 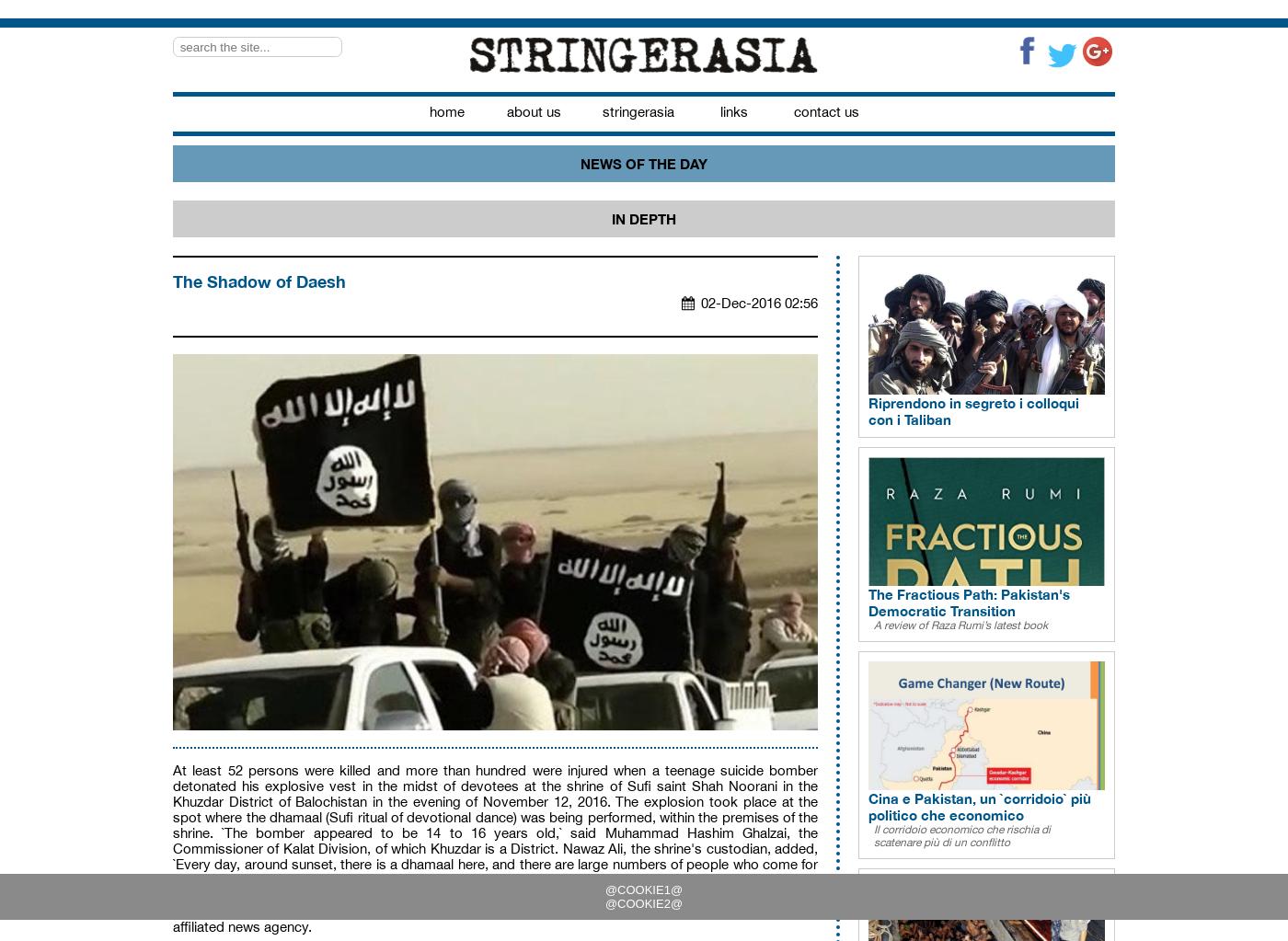 I want to click on '@COOKIE1@', so click(x=604, y=889).